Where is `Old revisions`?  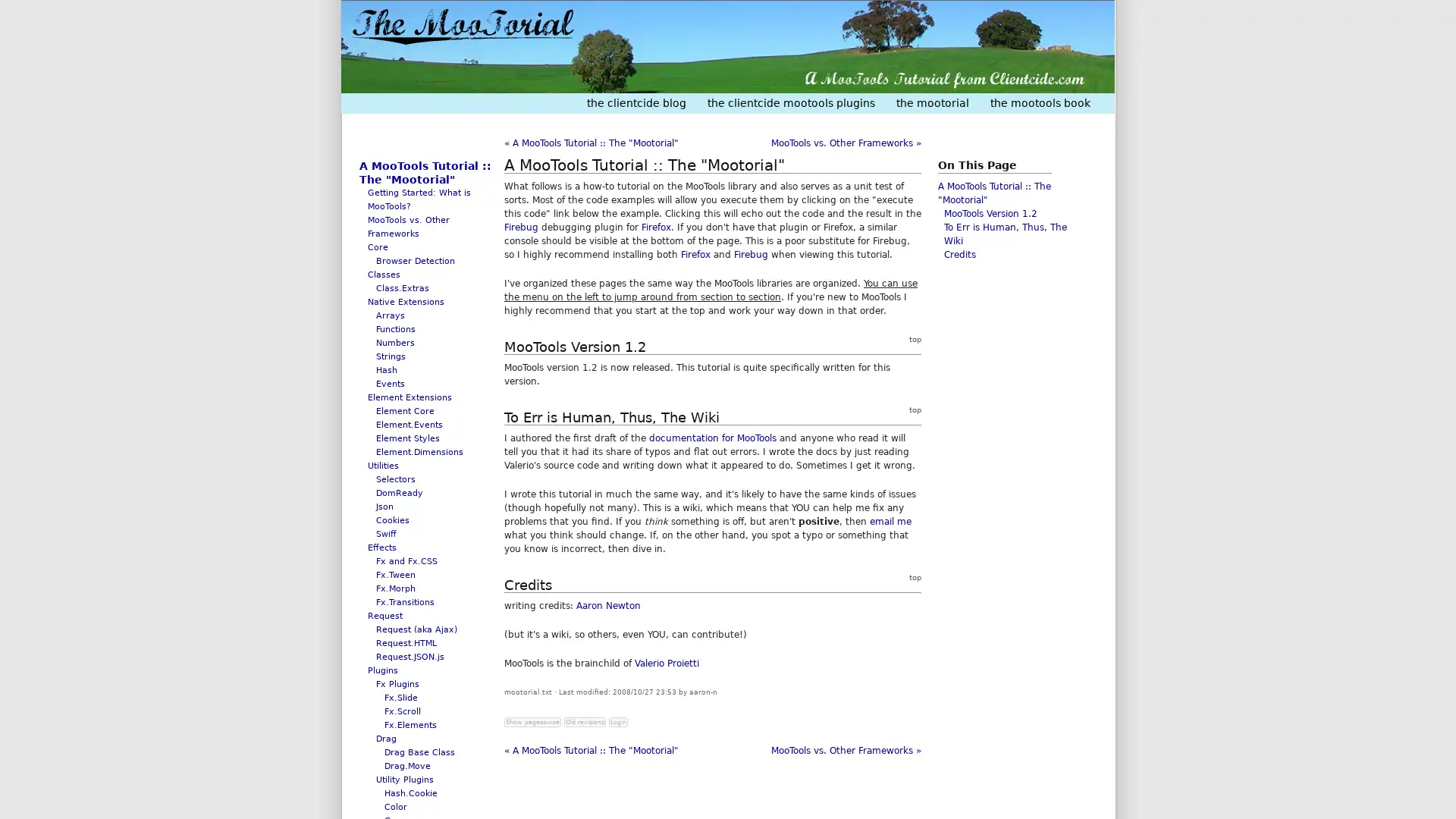
Old revisions is located at coordinates (584, 721).